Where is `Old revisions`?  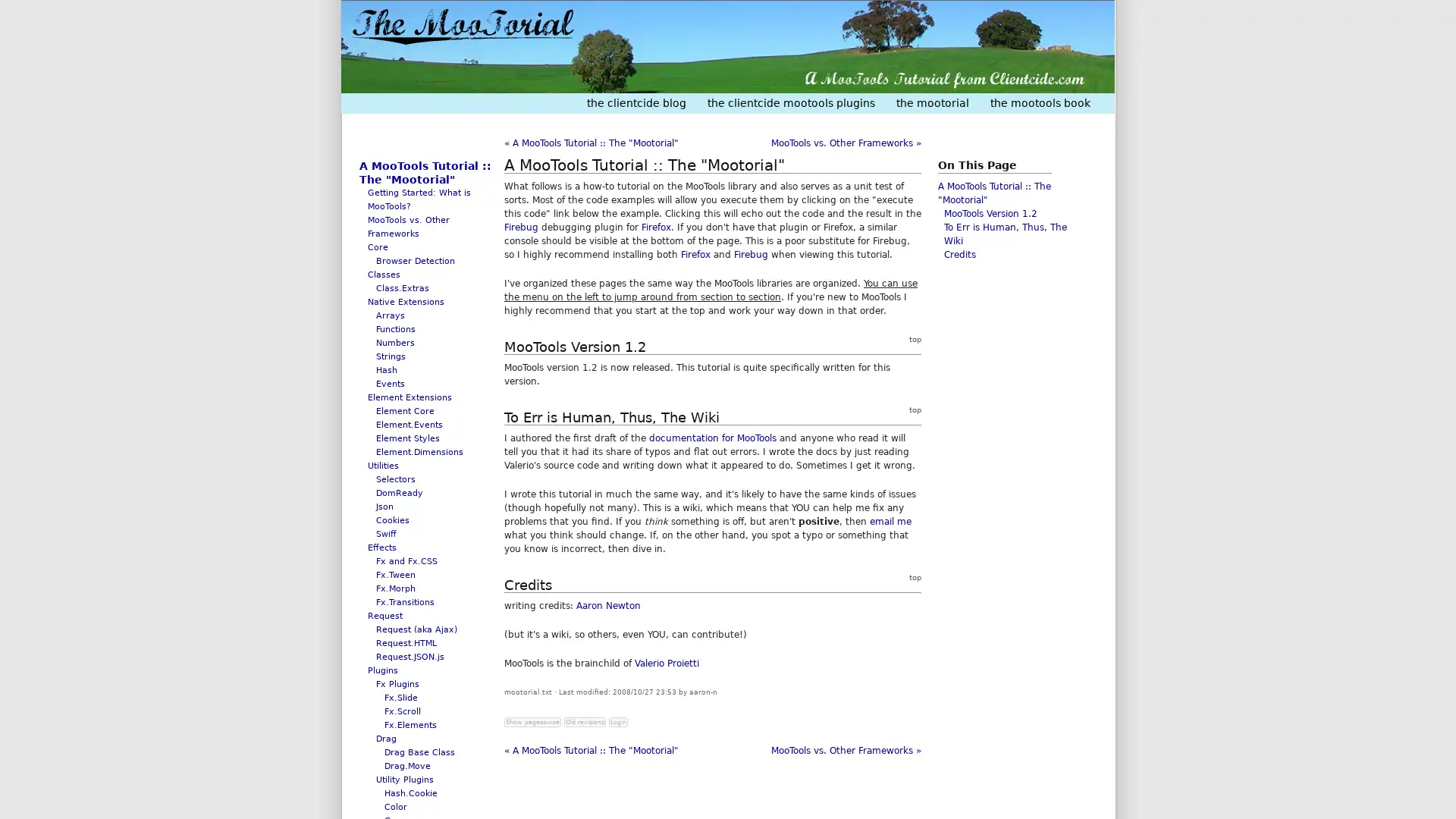
Old revisions is located at coordinates (584, 721).